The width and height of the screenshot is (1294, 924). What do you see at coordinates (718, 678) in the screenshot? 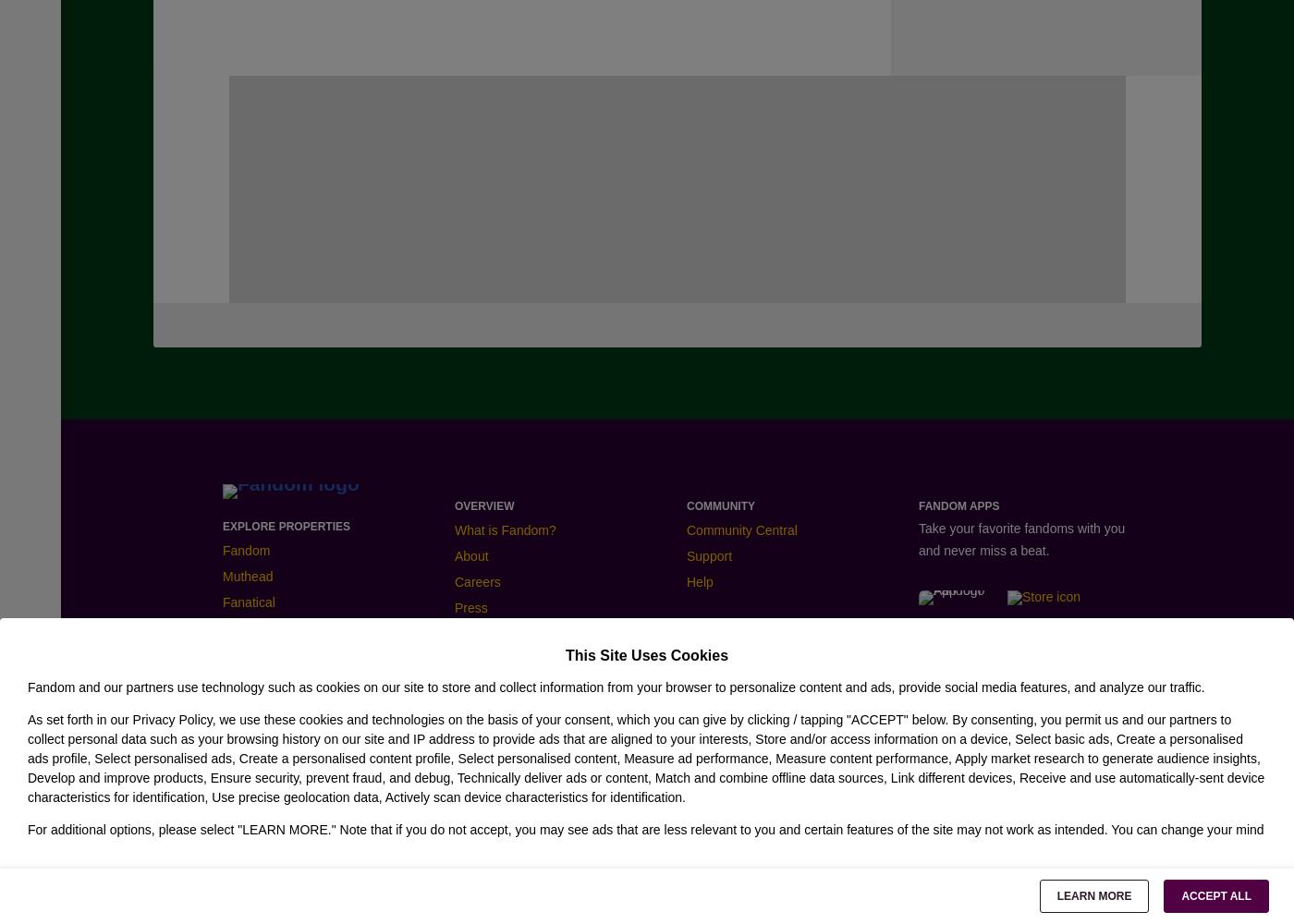
I see `'Advertise'` at bounding box center [718, 678].